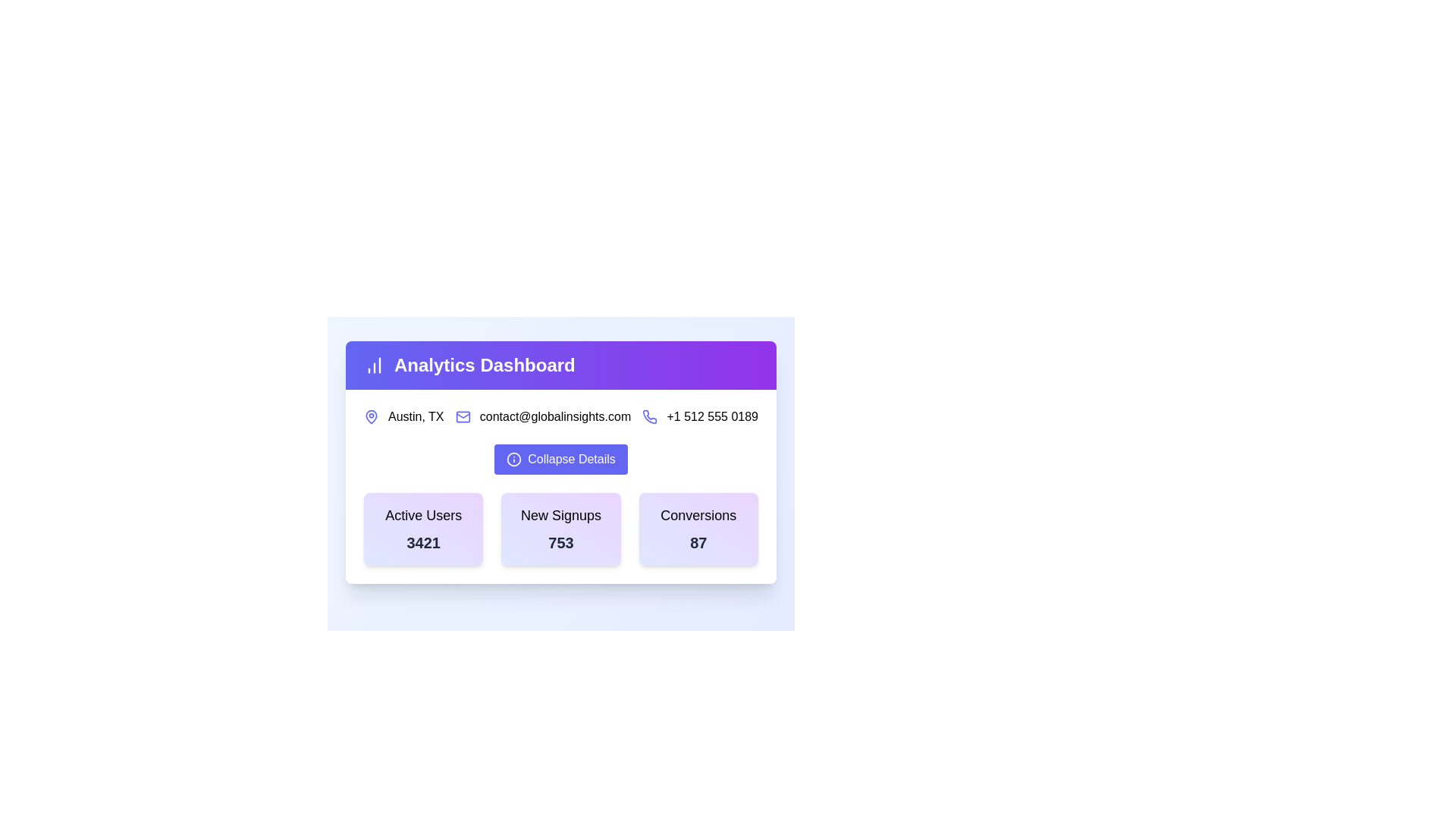  I want to click on the Data display card that shows the number of new user signups, currently displaying 753, located beneath the 'Collapse Details' button in the 'Analytics Dashboard' section, so click(560, 529).